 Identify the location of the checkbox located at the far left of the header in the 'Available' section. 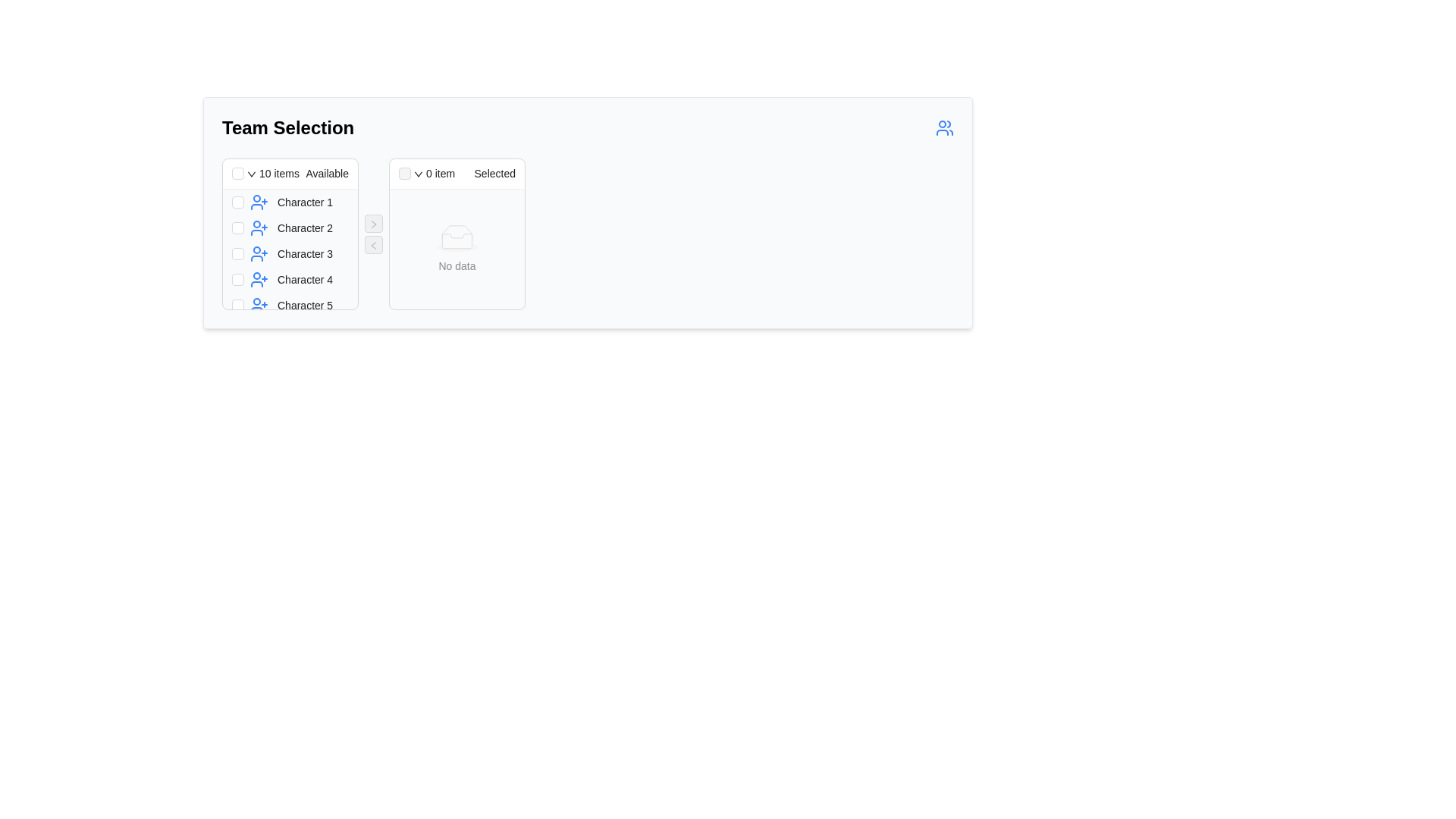
(237, 172).